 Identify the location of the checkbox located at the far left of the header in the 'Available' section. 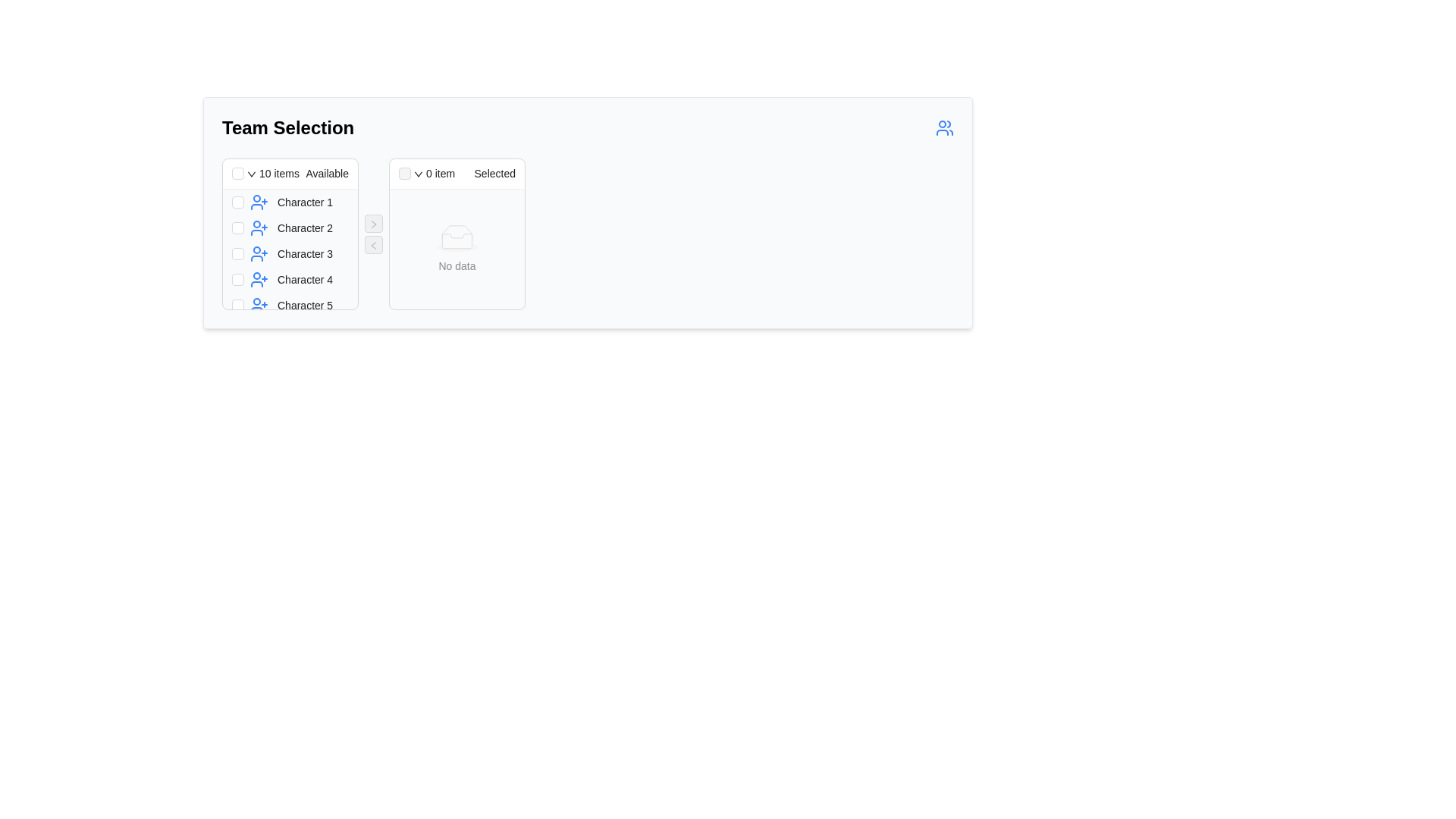
(237, 172).